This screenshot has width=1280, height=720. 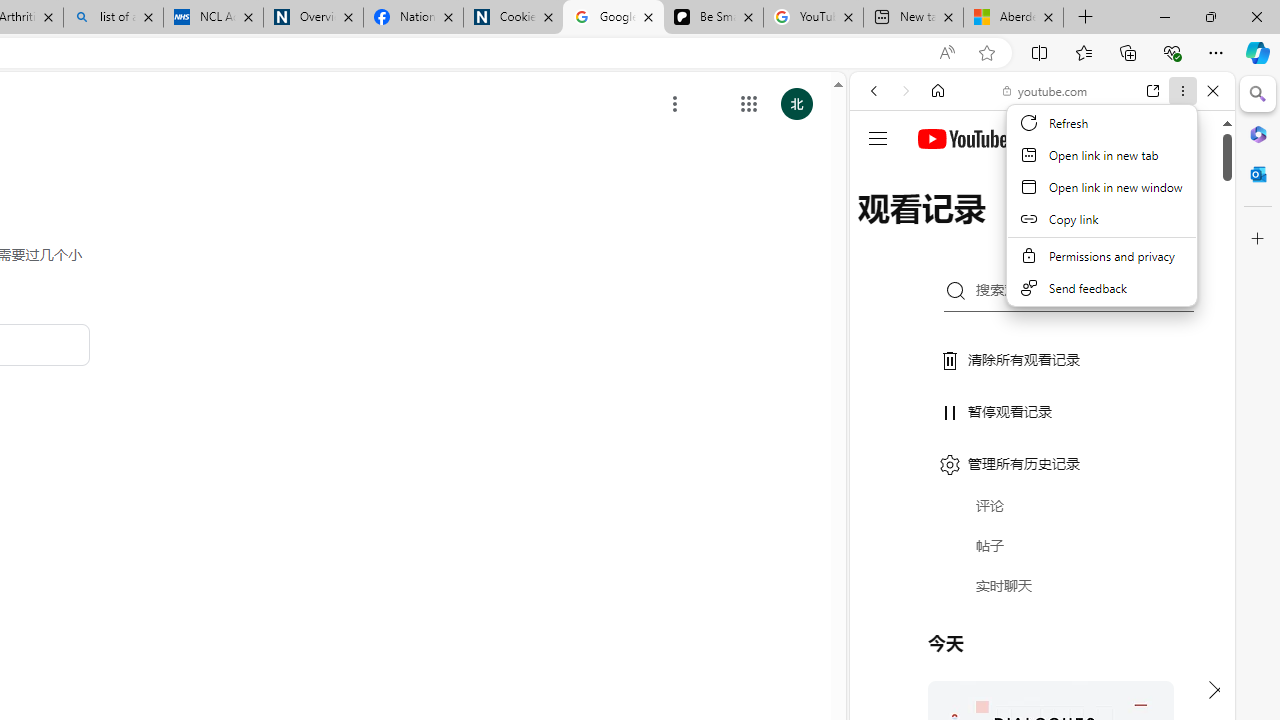 I want to click on 'SEARCH TOOLS', so click(x=1092, y=227).